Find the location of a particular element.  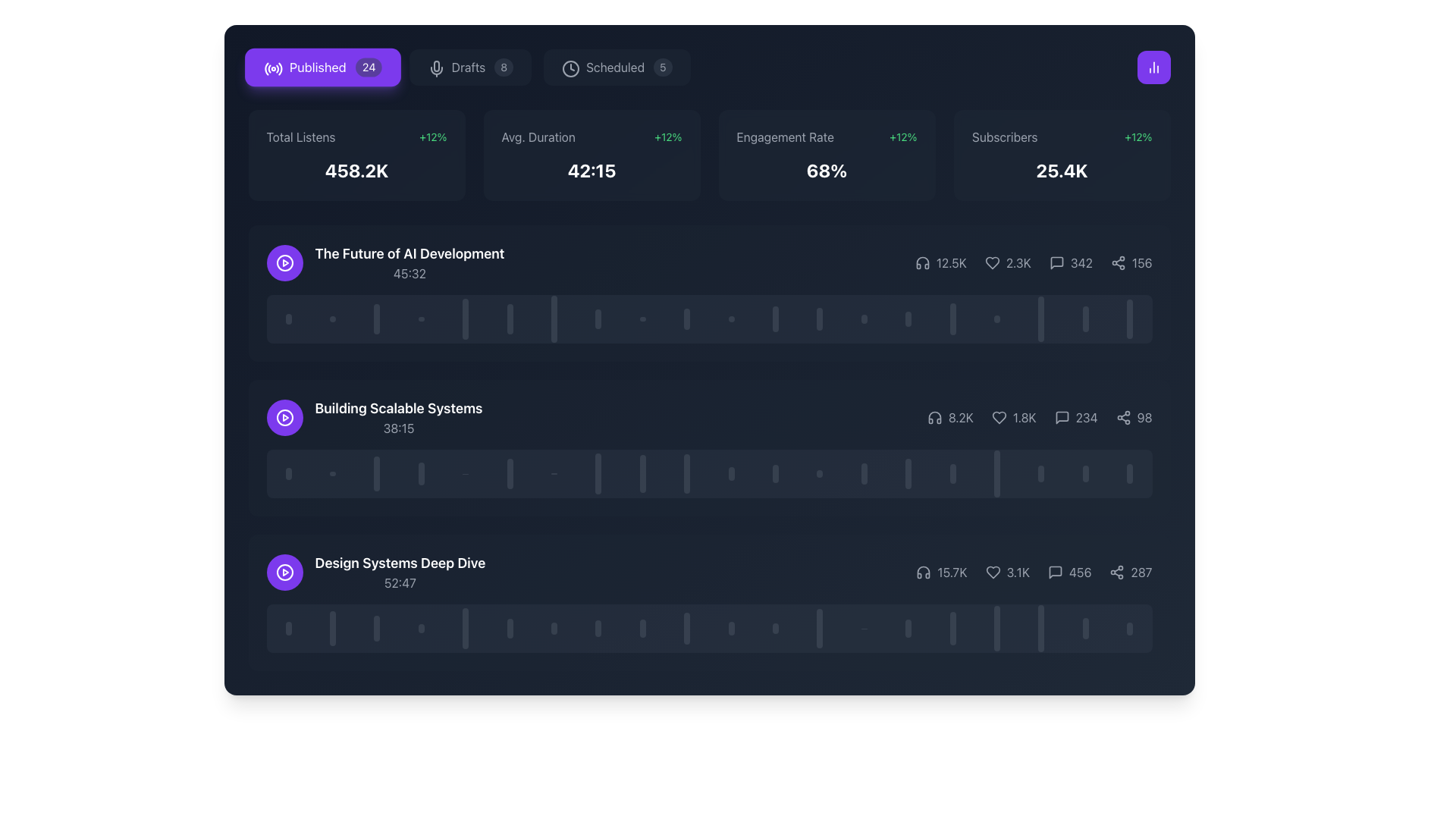

the vertical slider is located at coordinates (952, 628).